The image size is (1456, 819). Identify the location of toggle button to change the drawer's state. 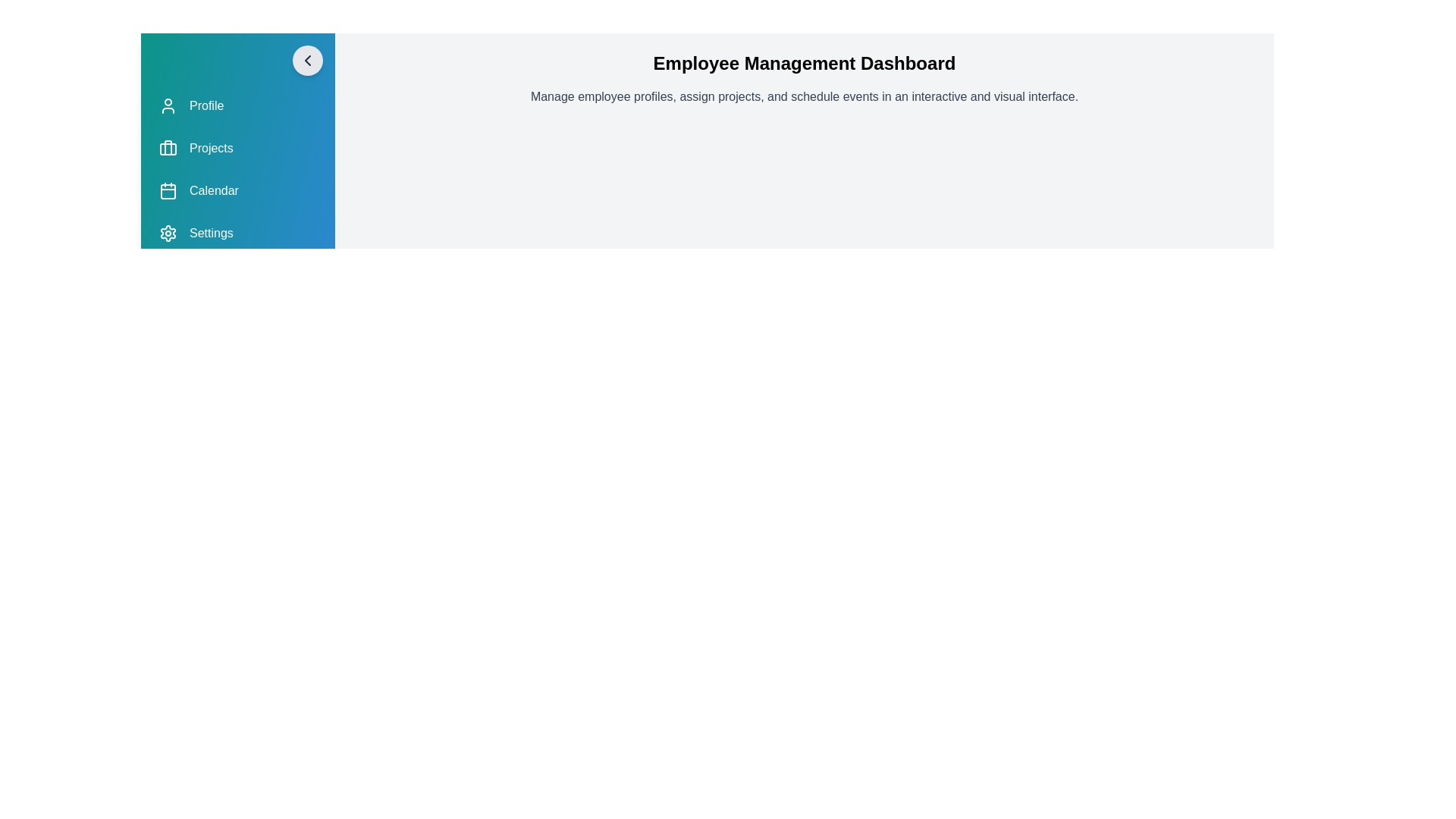
(307, 60).